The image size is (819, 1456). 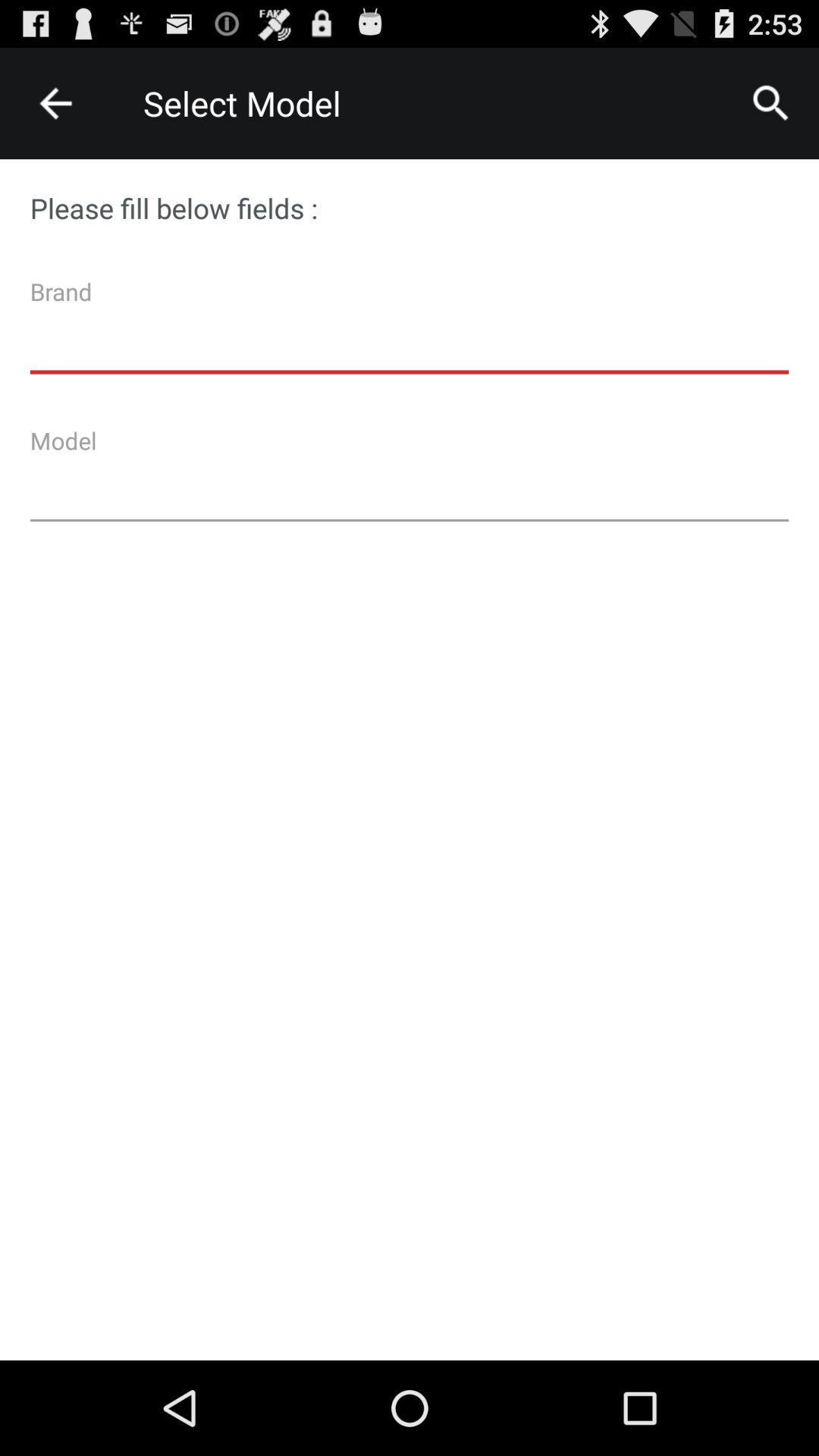 What do you see at coordinates (409, 331) in the screenshot?
I see `the item below the please fill below item` at bounding box center [409, 331].